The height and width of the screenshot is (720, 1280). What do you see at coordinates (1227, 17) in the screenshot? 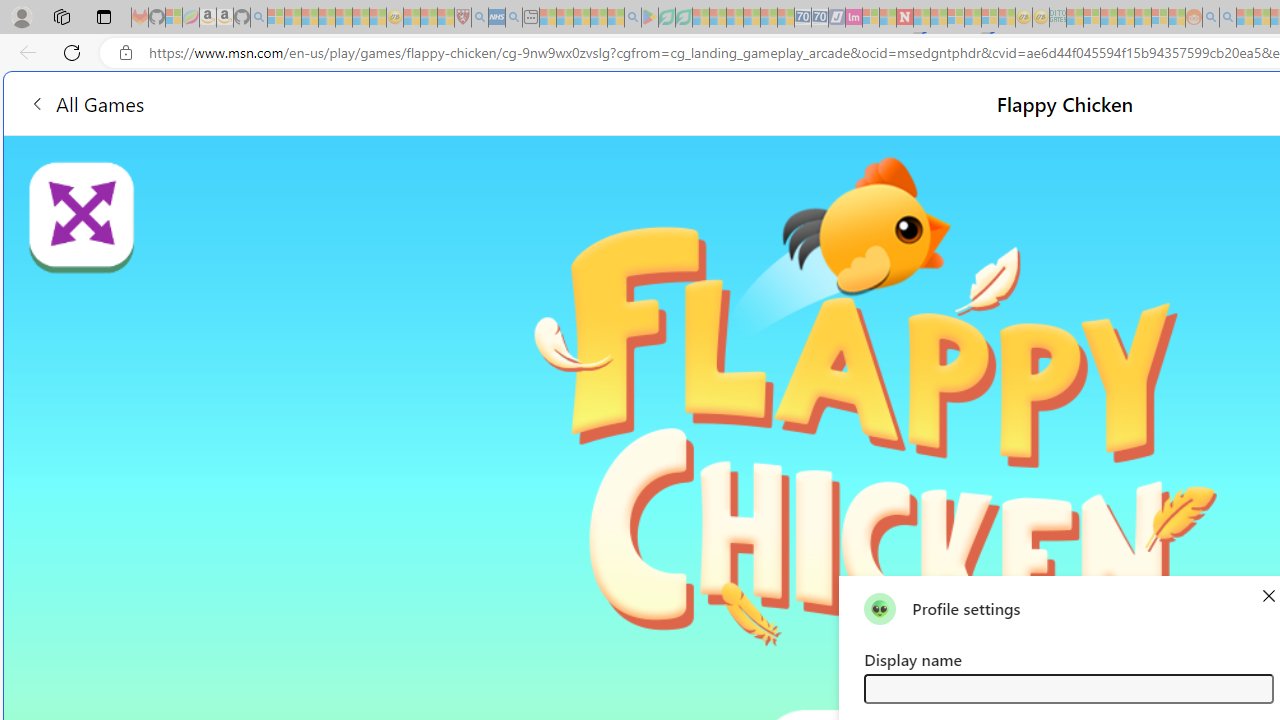
I see `'Utah sues federal government - Search - Sleeping'` at bounding box center [1227, 17].